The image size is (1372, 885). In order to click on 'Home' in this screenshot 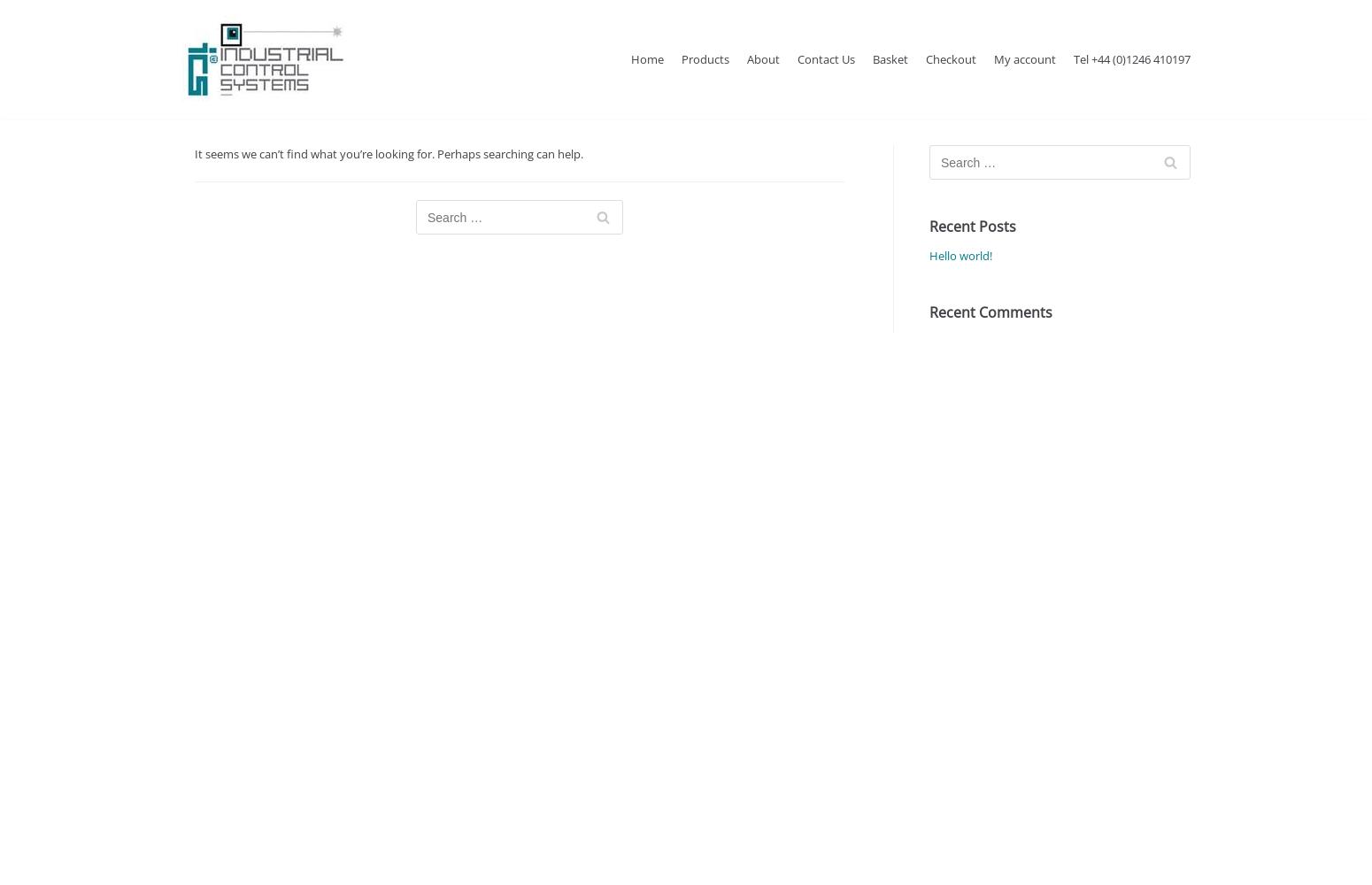, I will do `click(647, 58)`.